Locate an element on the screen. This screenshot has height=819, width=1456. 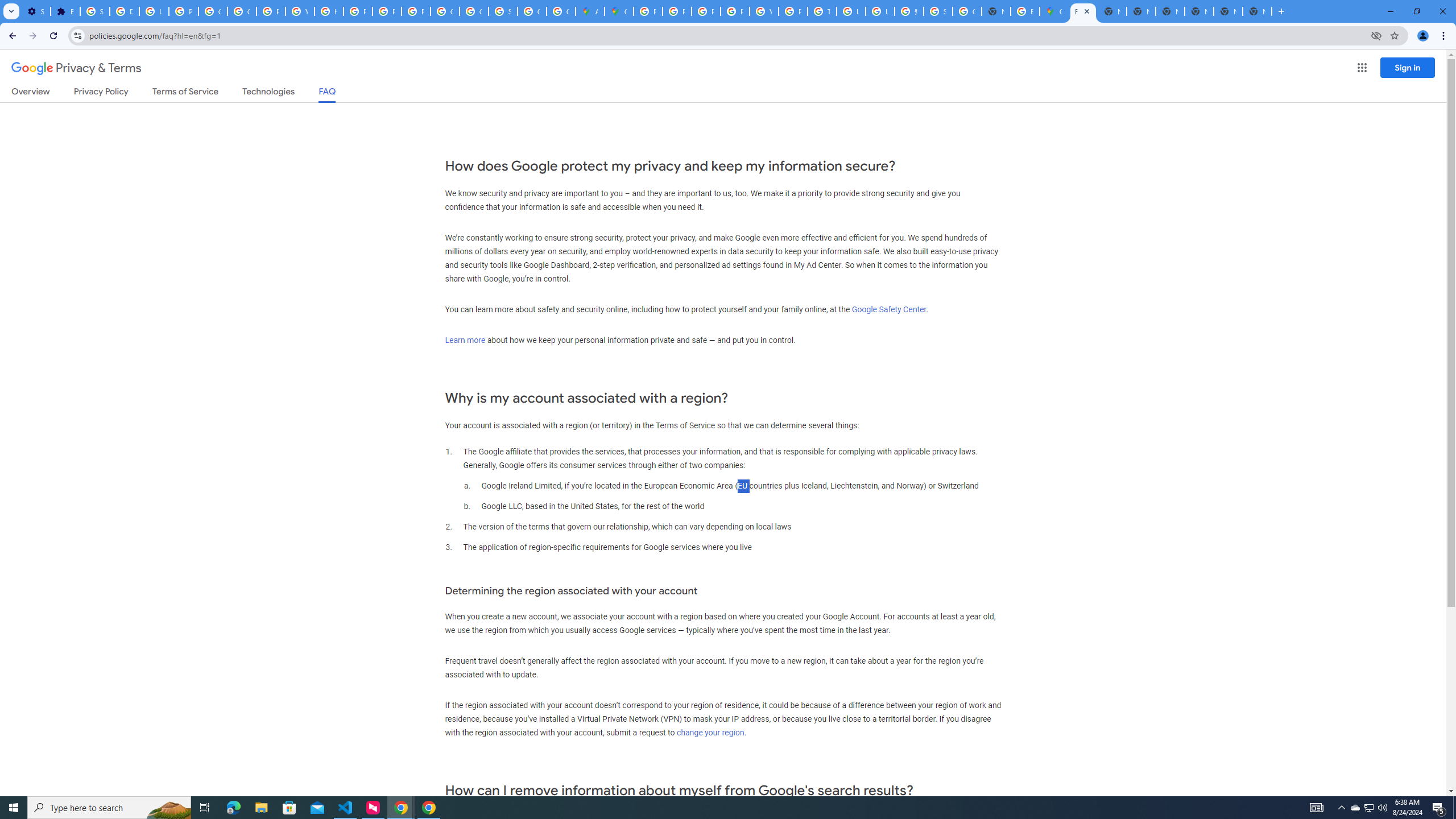
'New Tab' is located at coordinates (1256, 11).